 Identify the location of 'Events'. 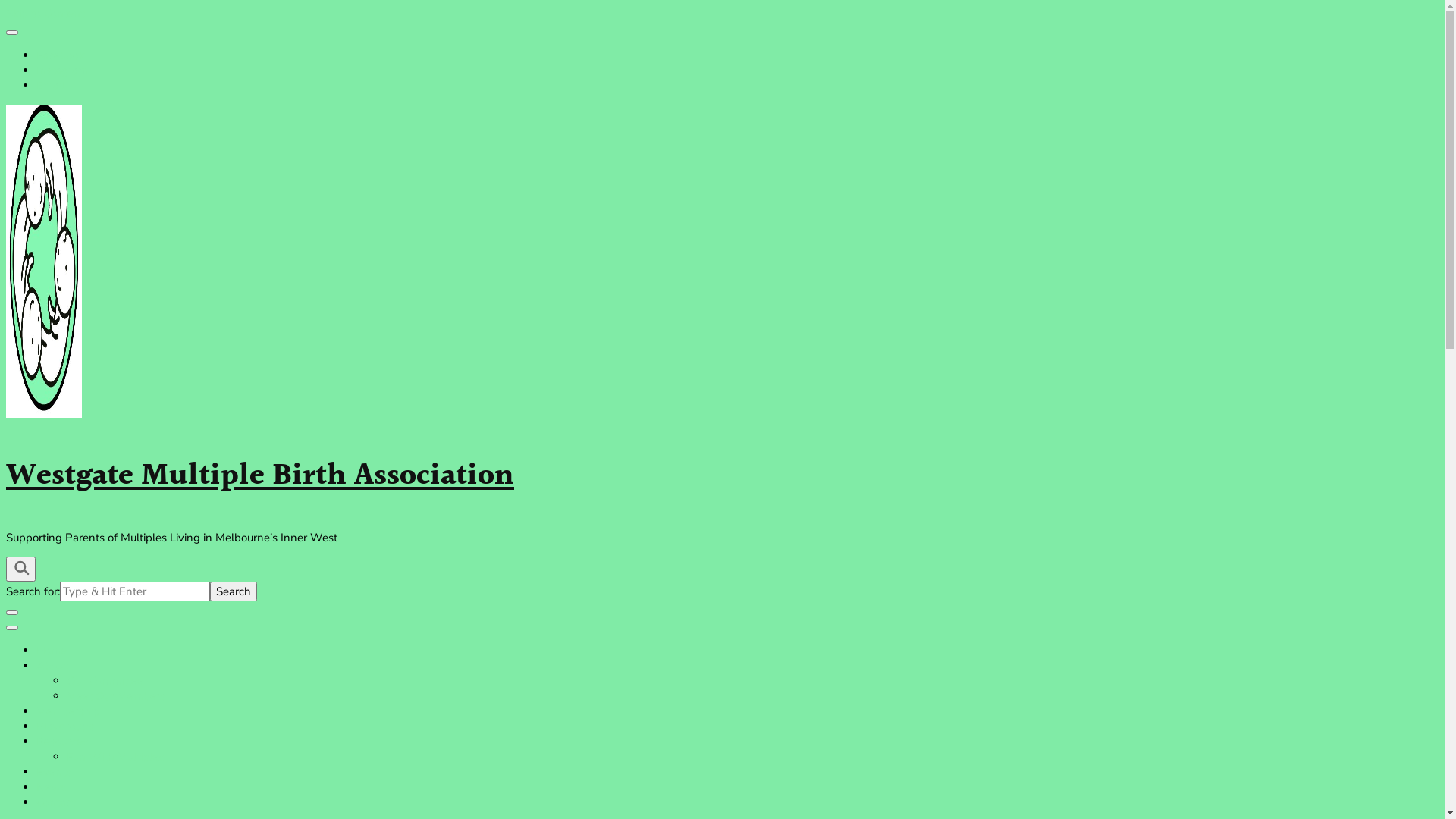
(54, 772).